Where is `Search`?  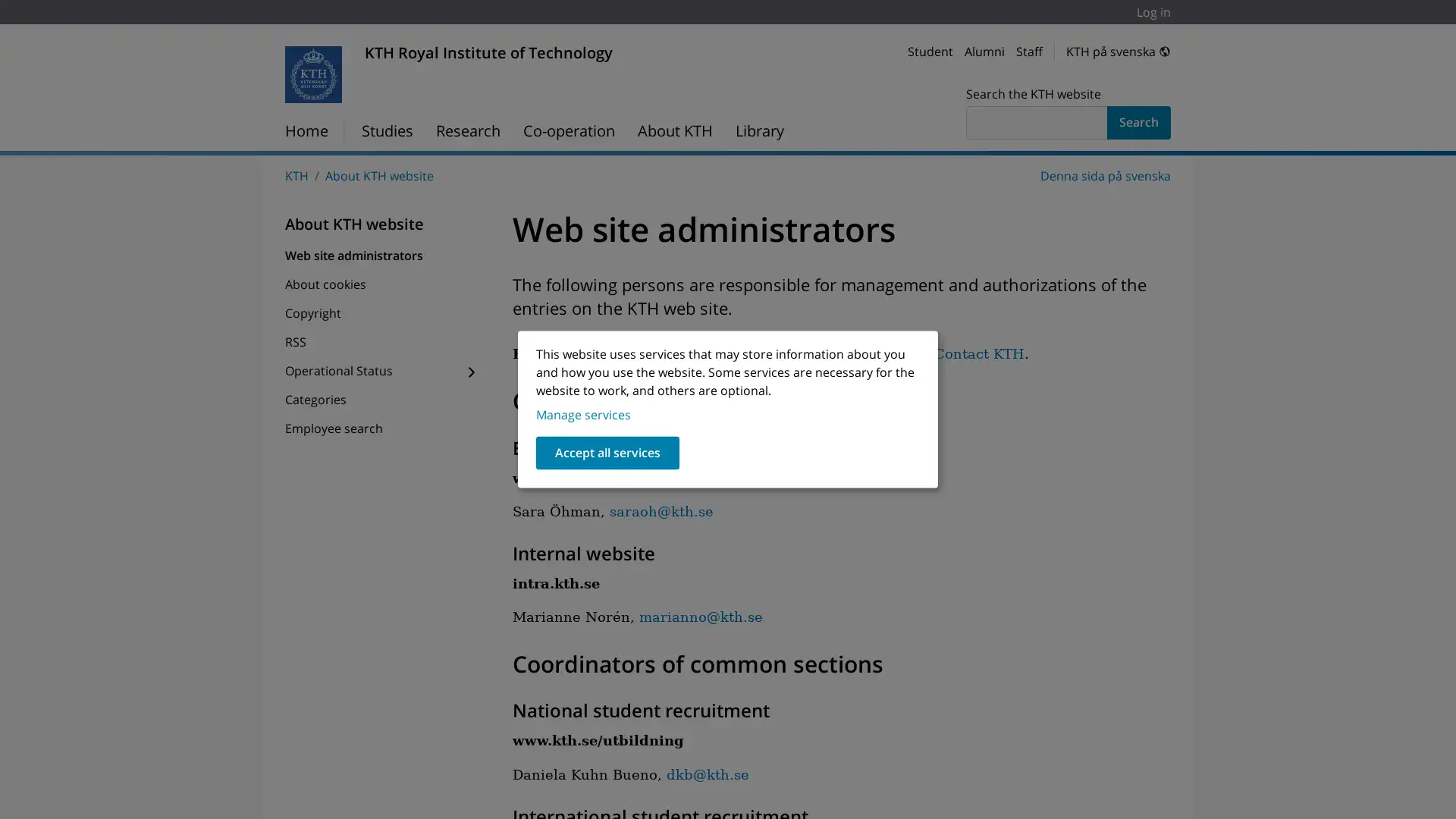 Search is located at coordinates (1139, 122).